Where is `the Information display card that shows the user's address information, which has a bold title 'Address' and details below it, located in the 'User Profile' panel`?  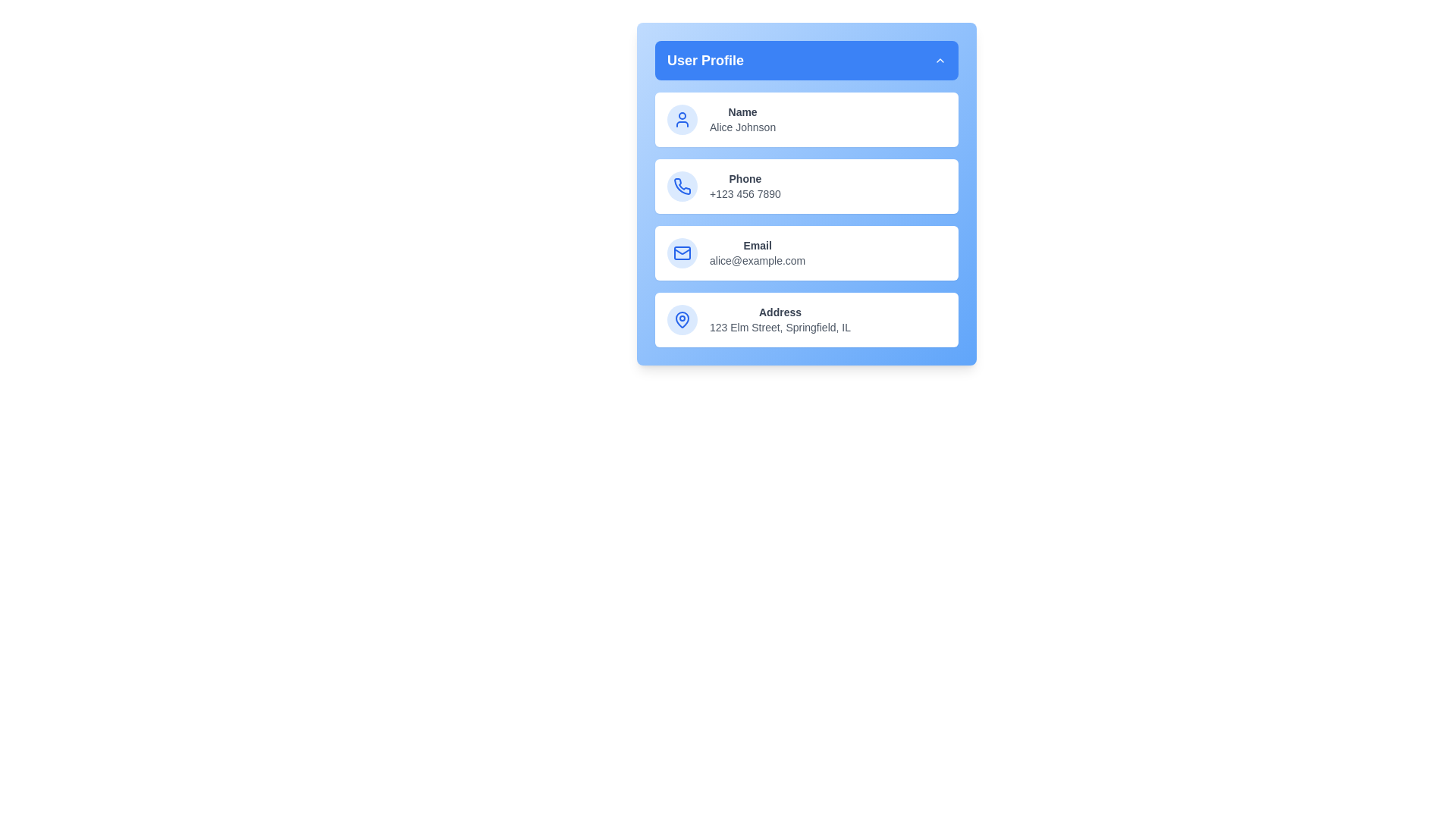
the Information display card that shows the user's address information, which has a bold title 'Address' and details below it, located in the 'User Profile' panel is located at coordinates (806, 318).